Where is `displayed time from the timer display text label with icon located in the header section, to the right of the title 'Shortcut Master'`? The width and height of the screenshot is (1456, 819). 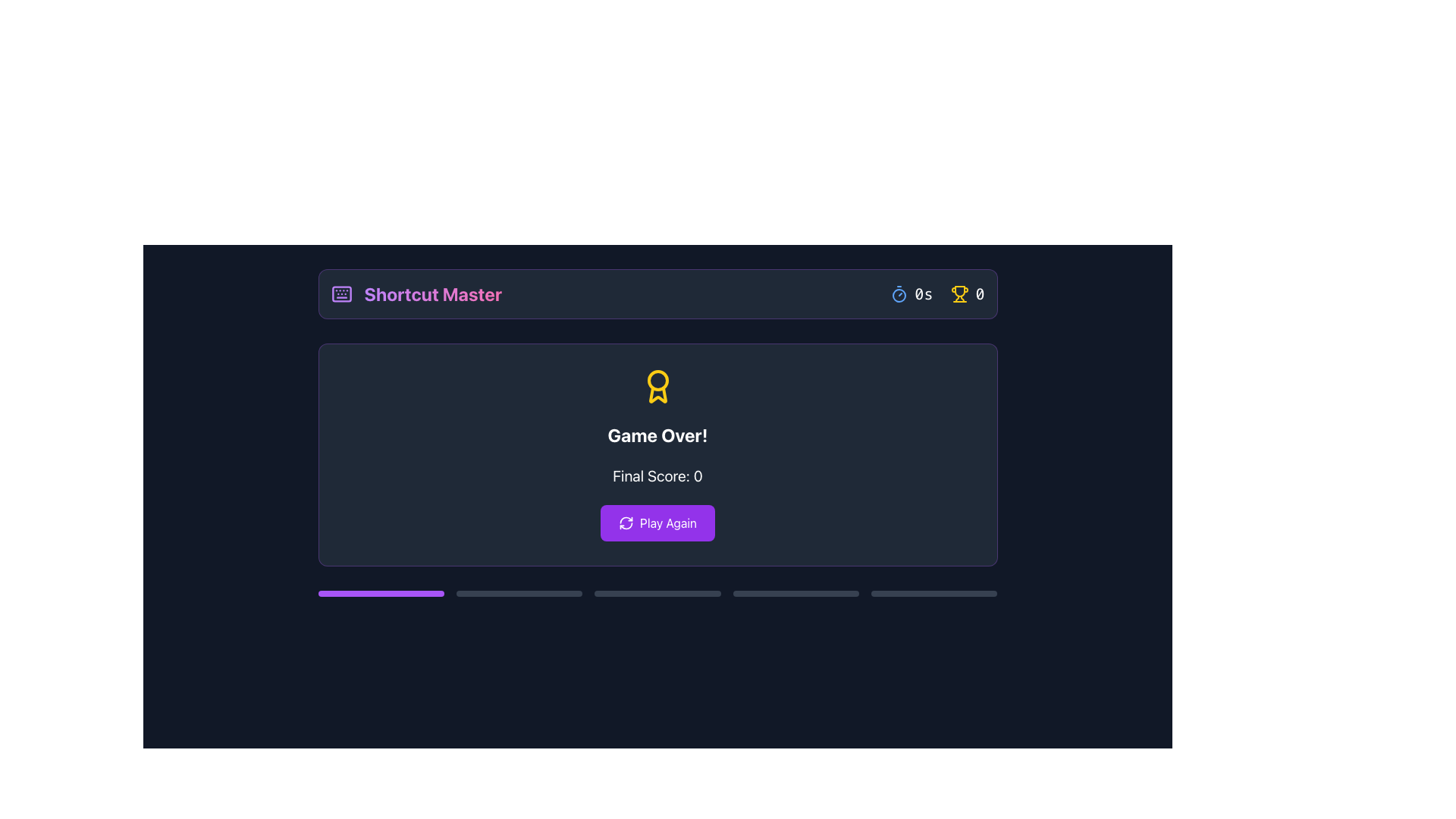 displayed time from the timer display text label with icon located in the header section, to the right of the title 'Shortcut Master' is located at coordinates (911, 294).